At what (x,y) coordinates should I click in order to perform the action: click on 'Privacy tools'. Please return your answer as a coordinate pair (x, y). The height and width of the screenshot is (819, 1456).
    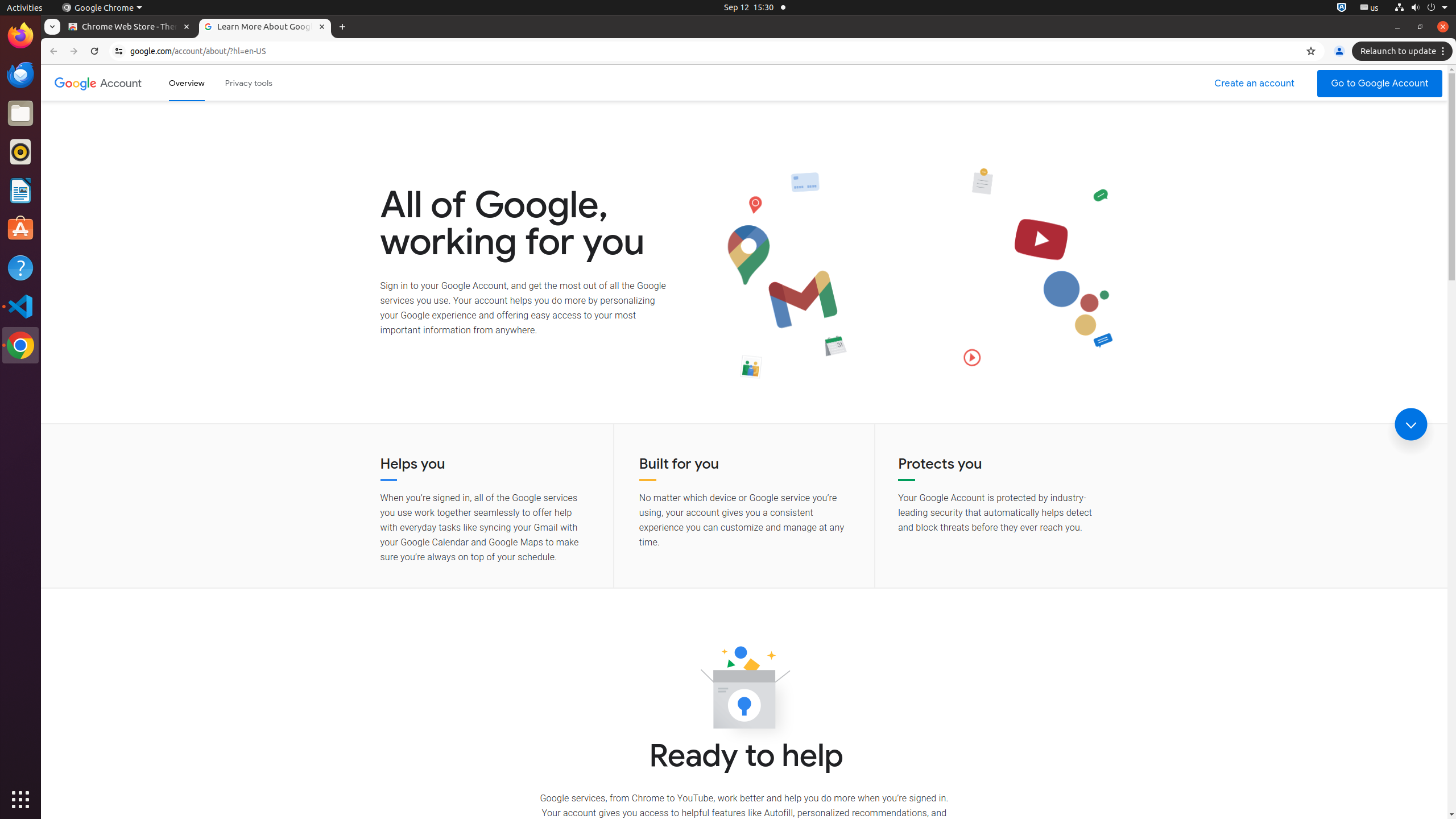
    Looking at the image, I should click on (248, 82).